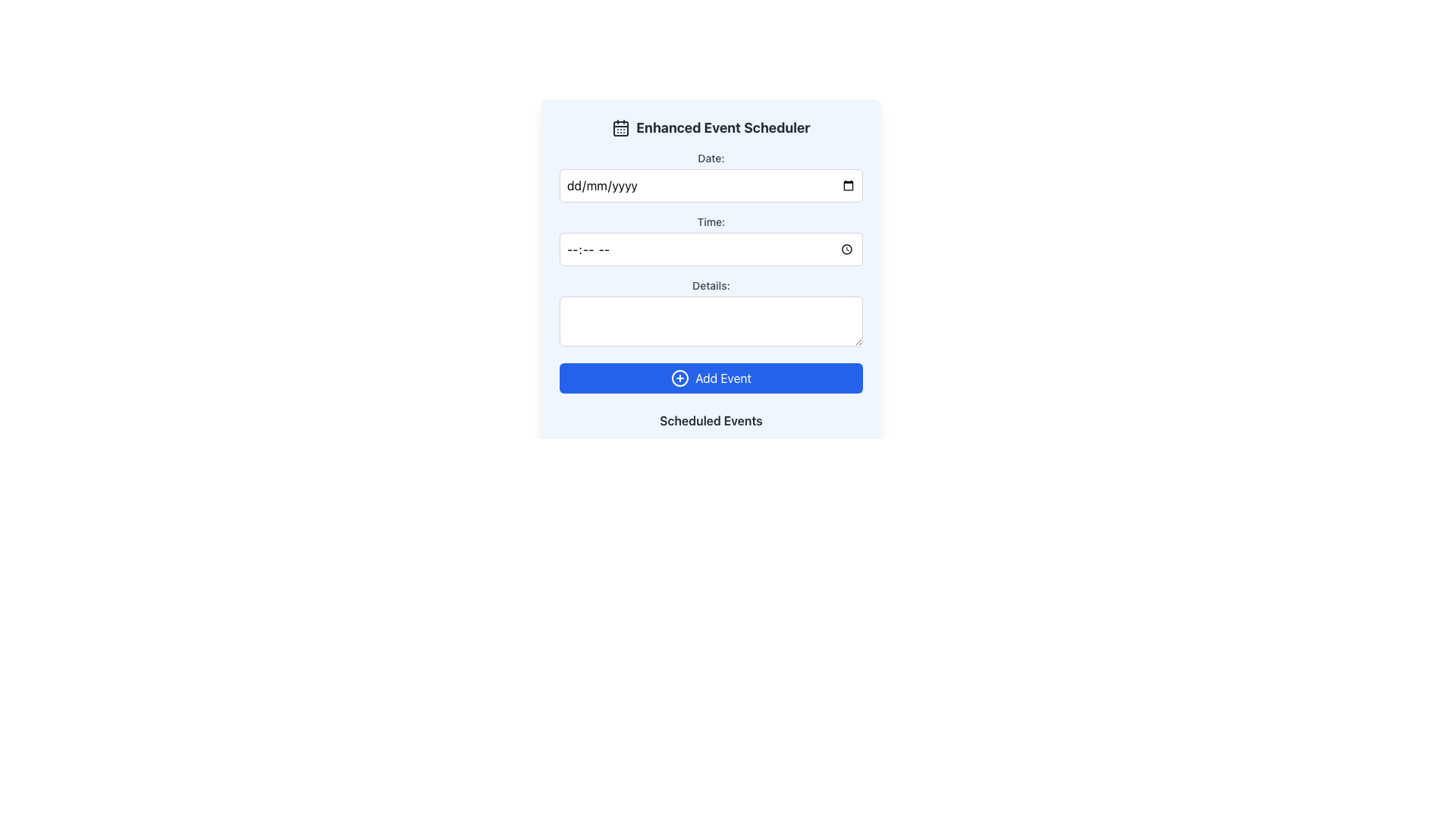 This screenshot has height=819, width=1456. What do you see at coordinates (710, 421) in the screenshot?
I see `the non-interactive Text Label that serves as a header for the scheduled events section, located at the bottom of the 'Enhanced Event Scheduler' form, just below the 'Add Event' button` at bounding box center [710, 421].